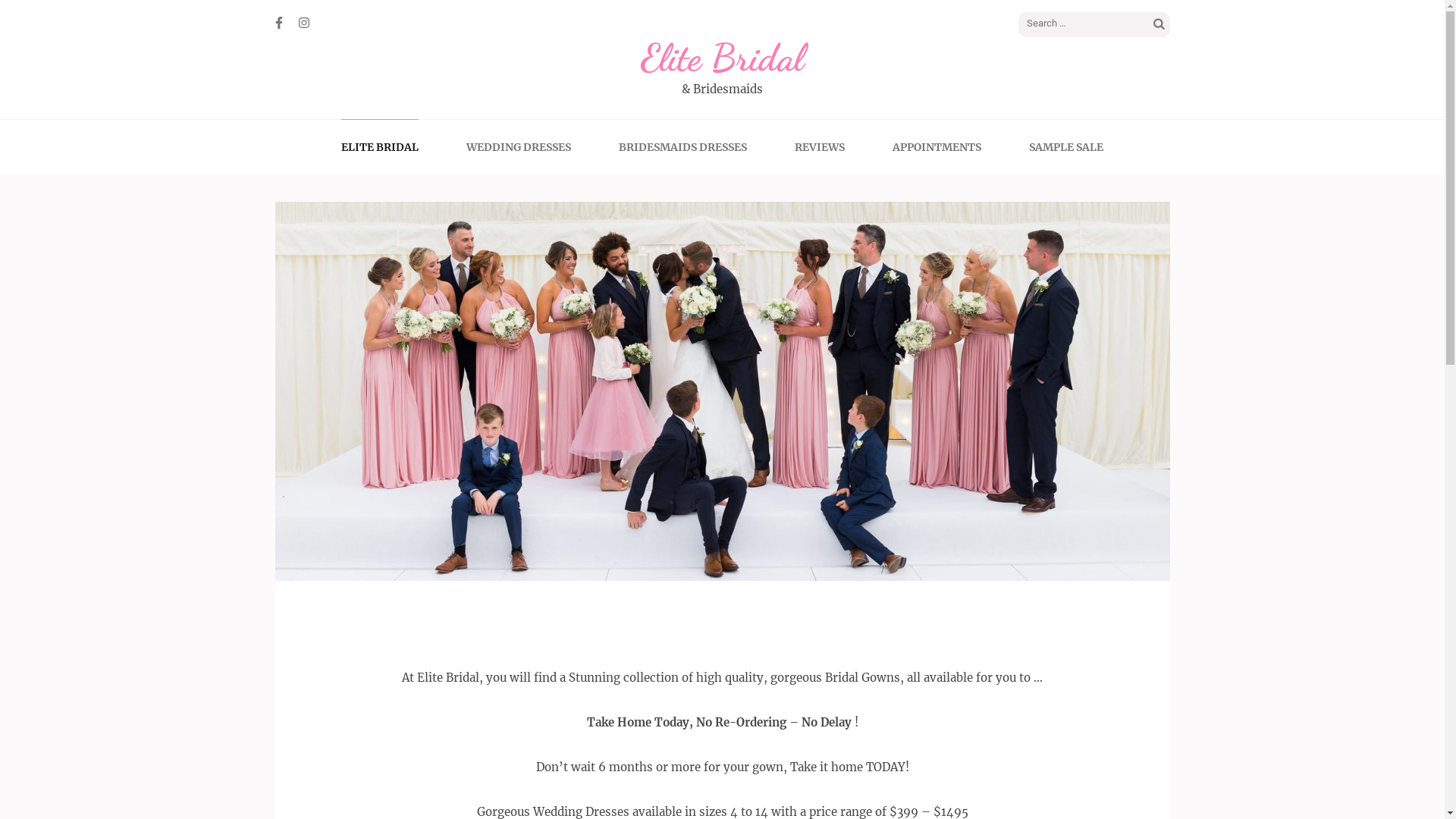 Image resolution: width=1456 pixels, height=819 pixels. What do you see at coordinates (936, 146) in the screenshot?
I see `'APPOINTMENTS'` at bounding box center [936, 146].